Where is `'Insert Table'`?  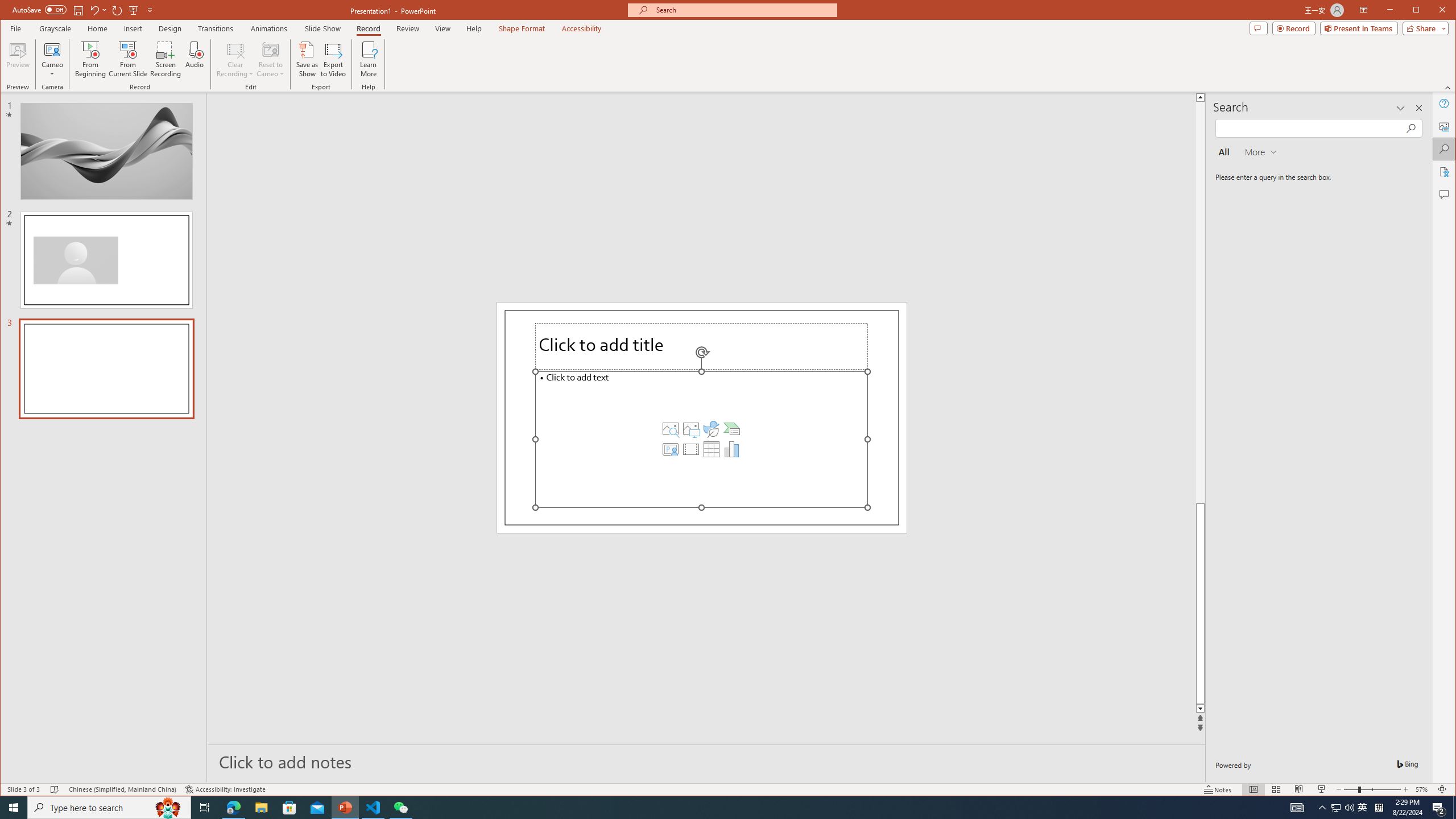 'Insert Table' is located at coordinates (711, 449).